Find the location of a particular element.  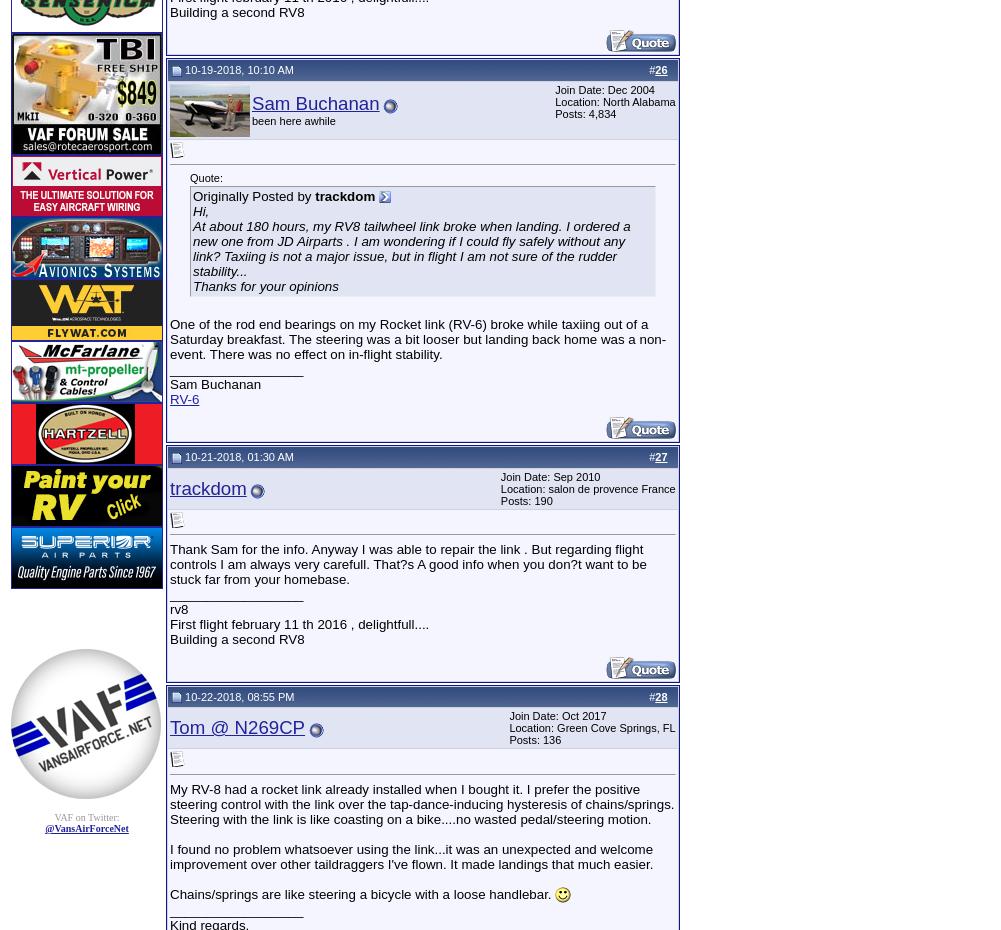

'Hi,' is located at coordinates (192, 209).